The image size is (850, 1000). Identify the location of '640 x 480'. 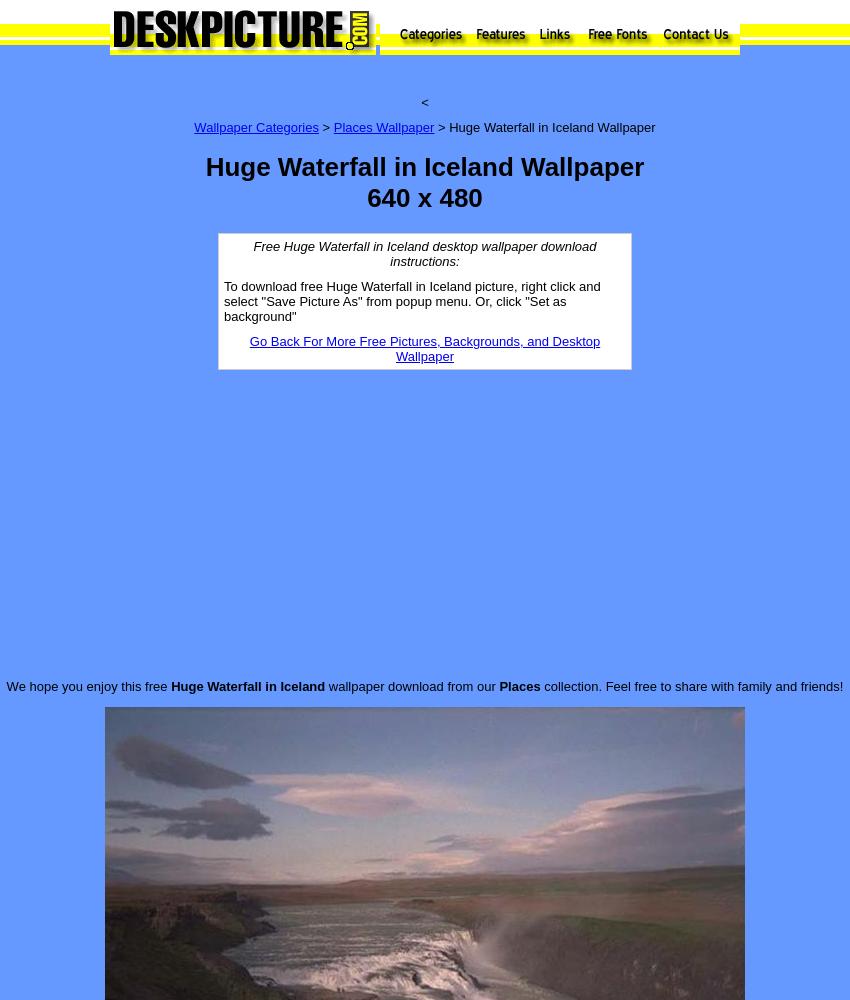
(366, 197).